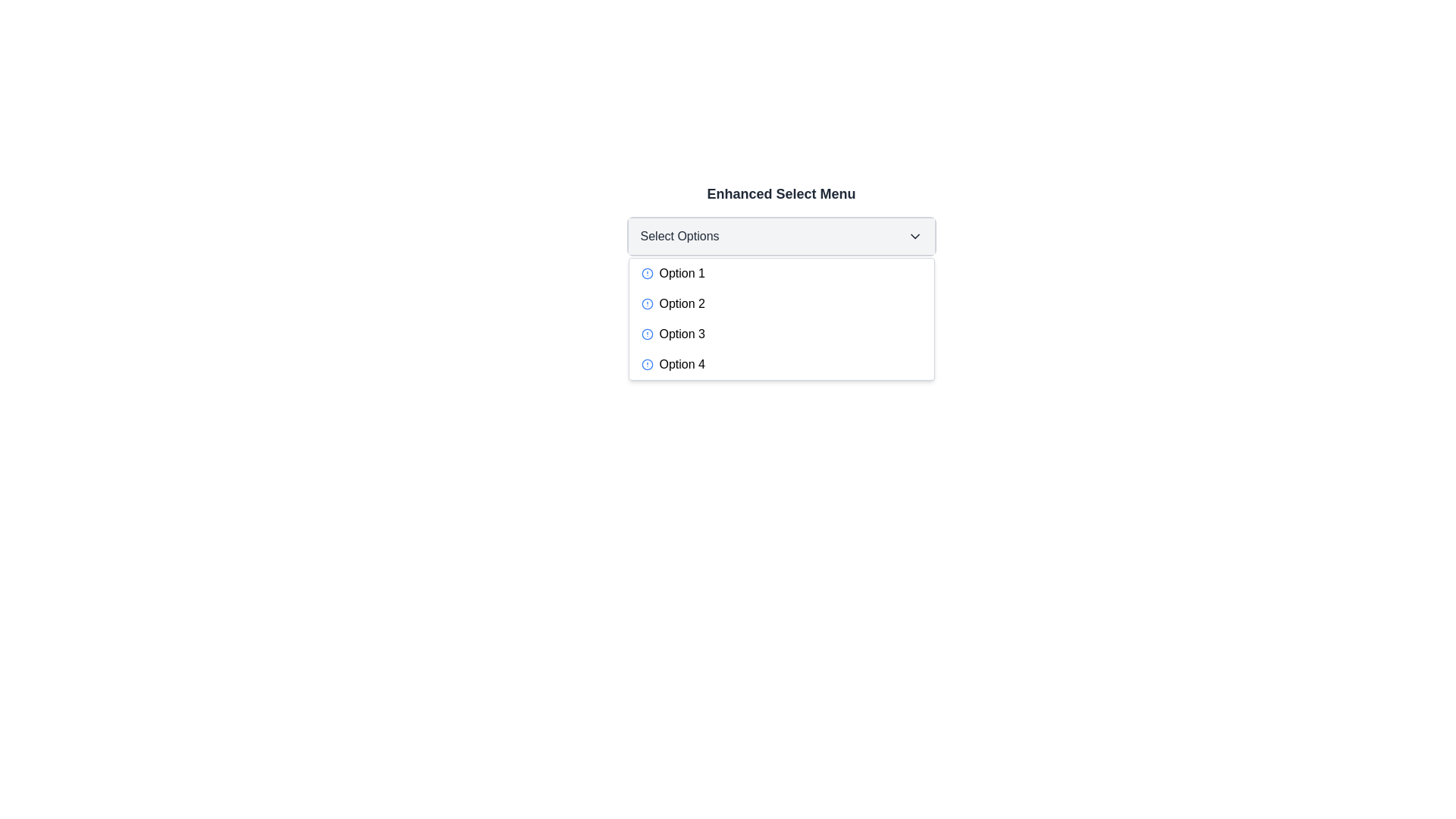  I want to click on the second item in the dropdown menu that is positioned between 'Option 1' and 'Option 3', so click(781, 304).